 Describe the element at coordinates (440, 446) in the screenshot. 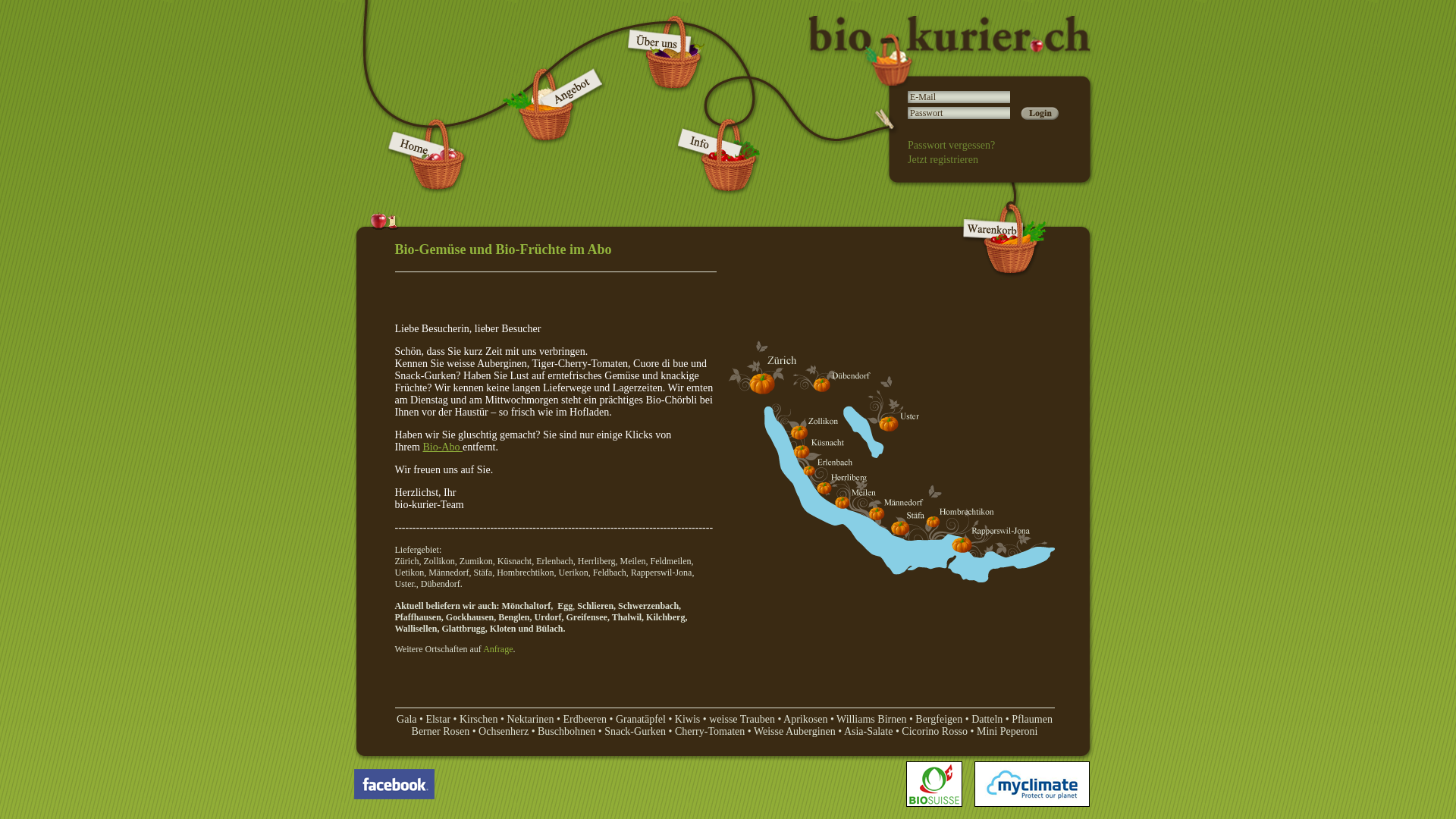

I see `' Bio-Abo '` at that location.